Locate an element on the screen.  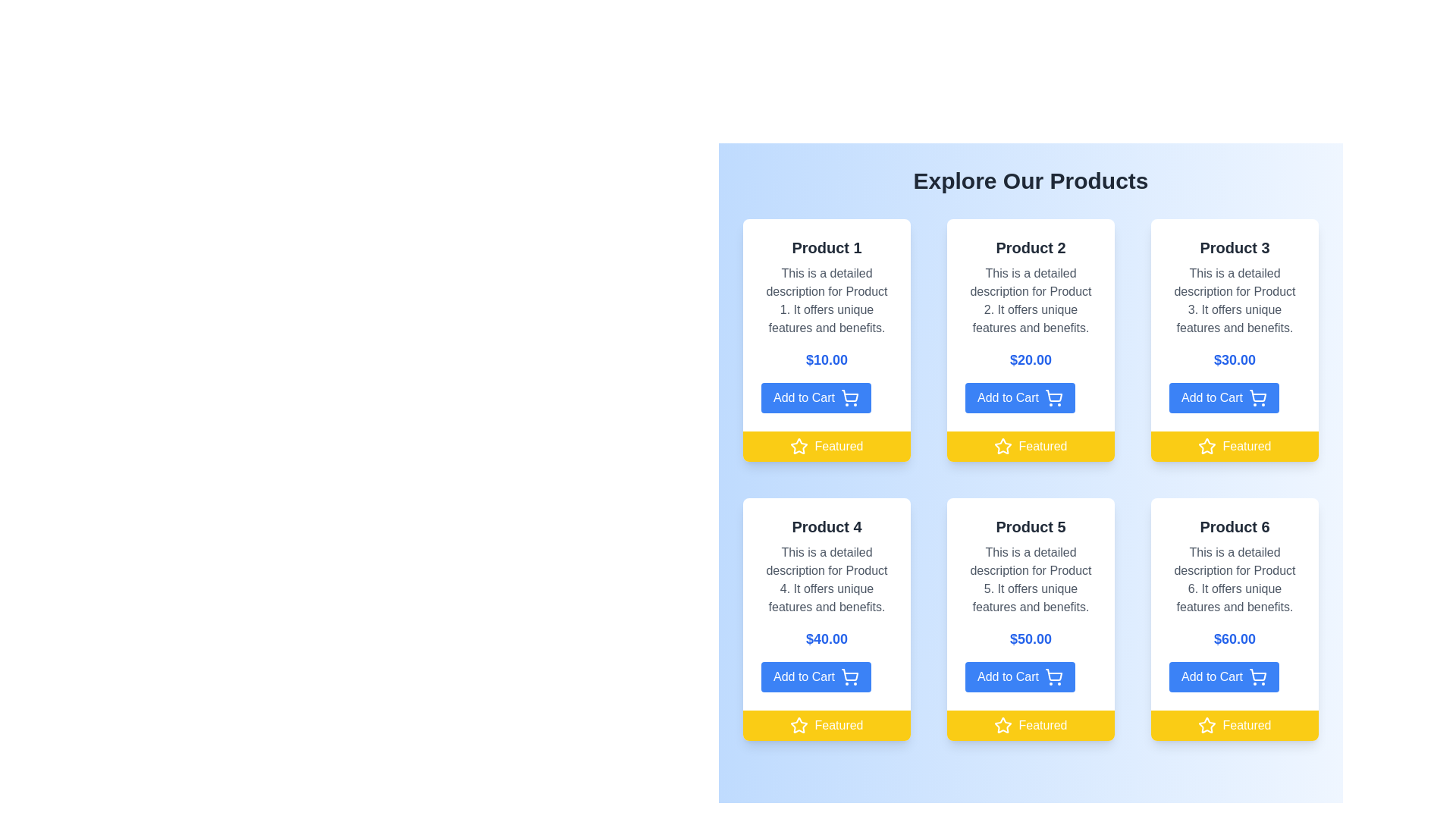
the text label displaying the price '$20.00', which is styled in bold blue font and located within the second product card, centered horizontally between the product description and the 'Add to Cart' button is located at coordinates (1031, 359).